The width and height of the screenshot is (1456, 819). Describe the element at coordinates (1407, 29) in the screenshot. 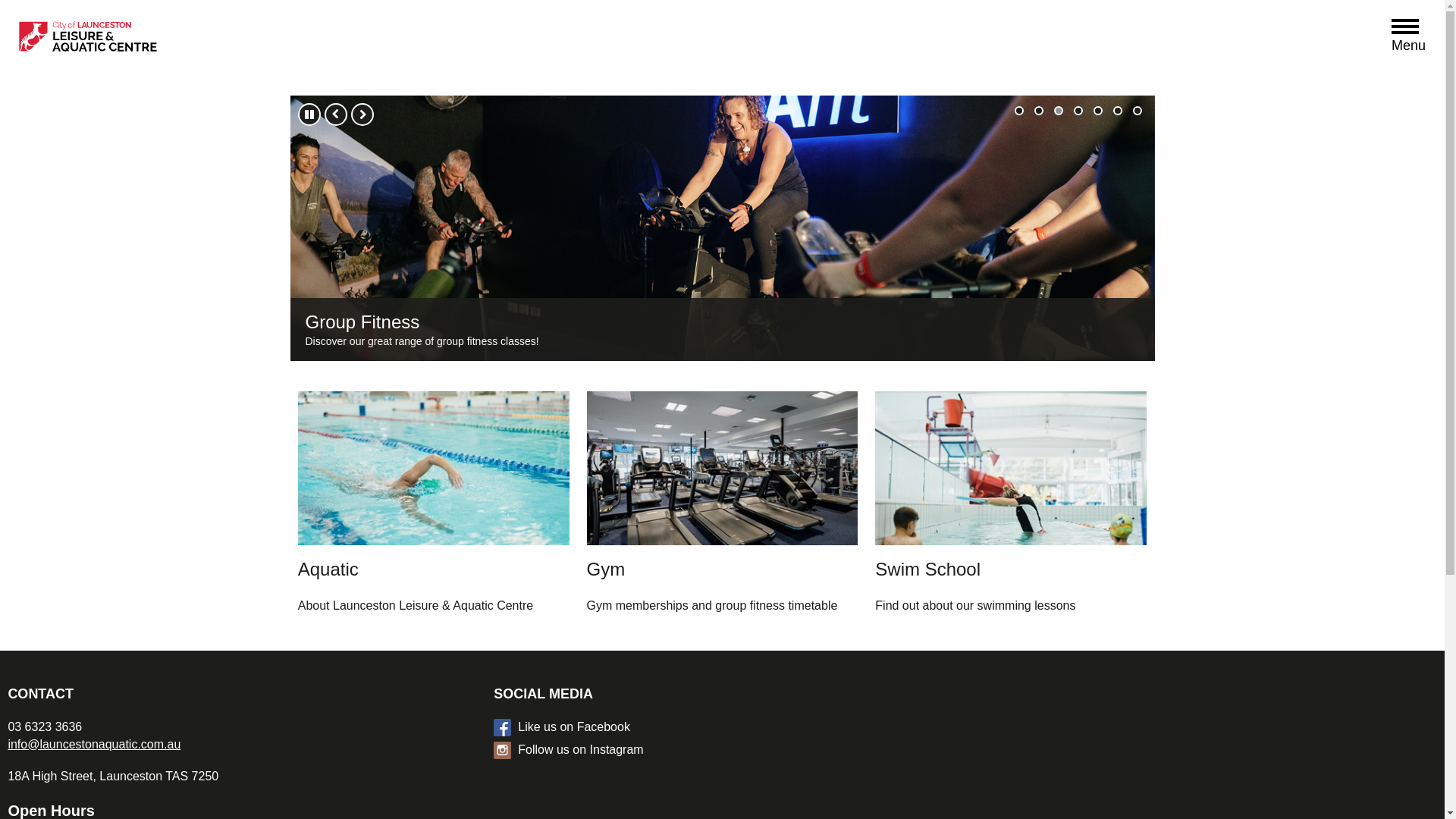

I see `'Open` at that location.